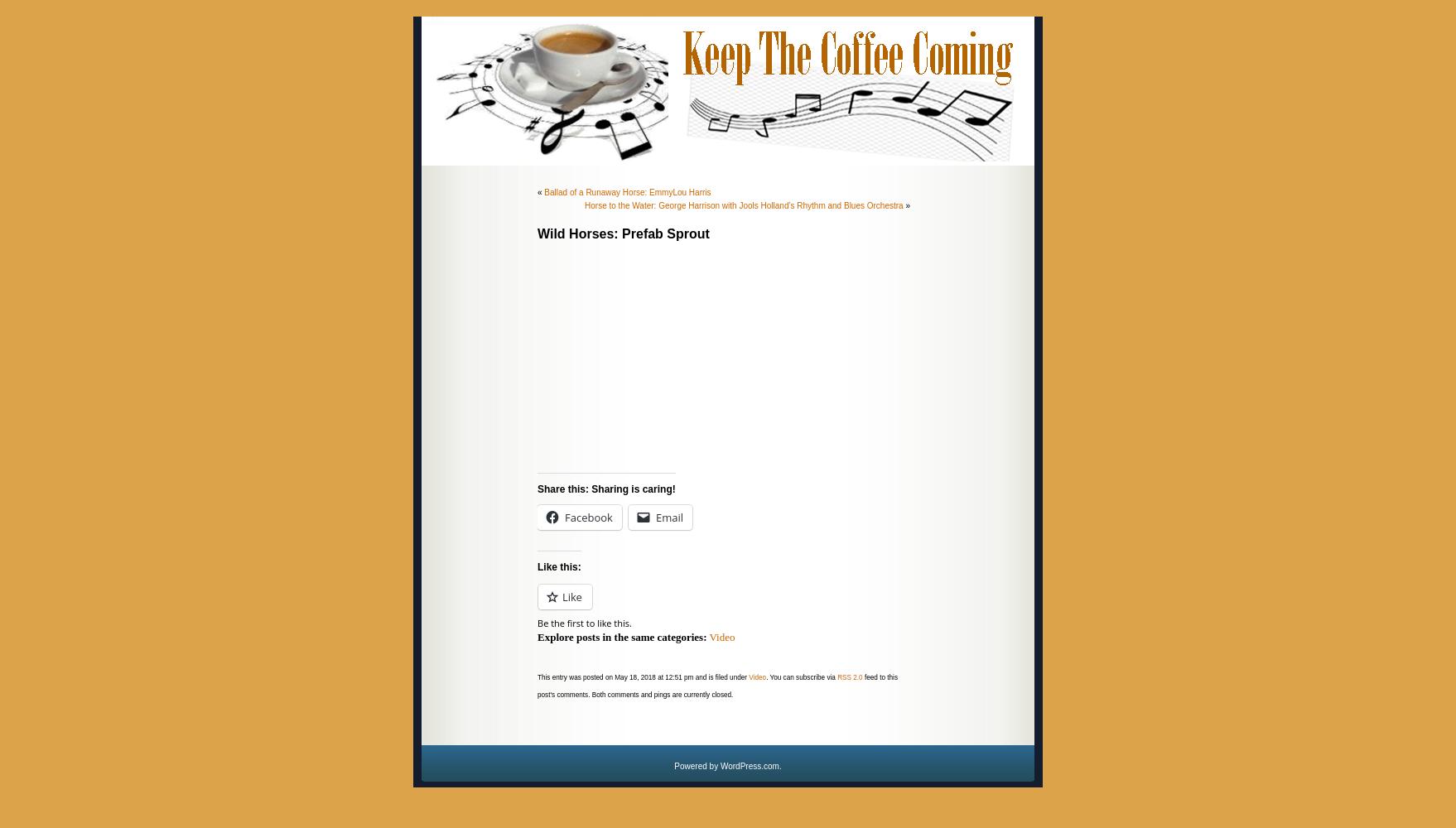  What do you see at coordinates (606, 489) in the screenshot?
I see `'Share this: Sharing is caring!'` at bounding box center [606, 489].